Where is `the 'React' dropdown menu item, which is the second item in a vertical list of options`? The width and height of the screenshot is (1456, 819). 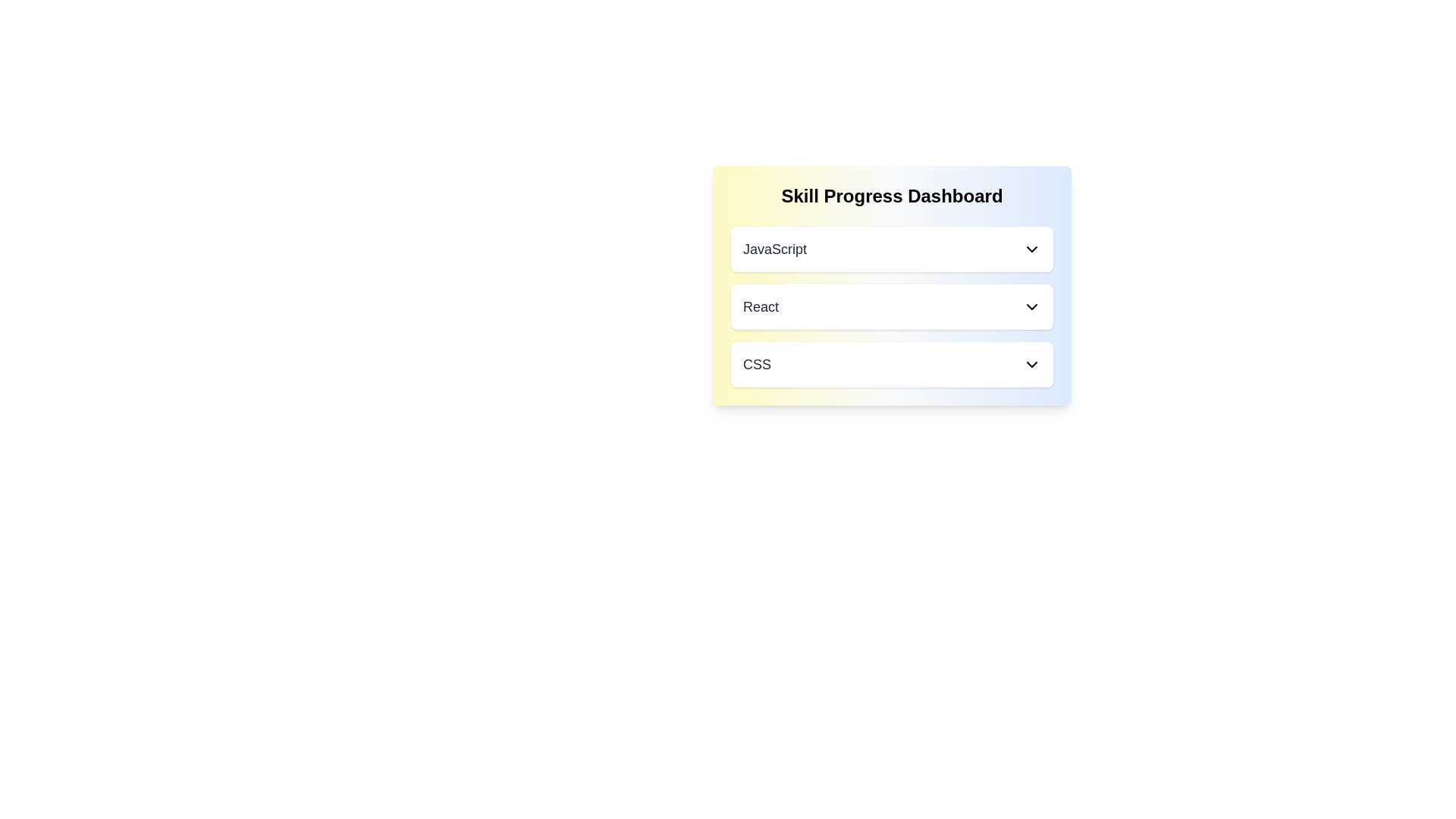 the 'React' dropdown menu item, which is the second item in a vertical list of options is located at coordinates (892, 307).